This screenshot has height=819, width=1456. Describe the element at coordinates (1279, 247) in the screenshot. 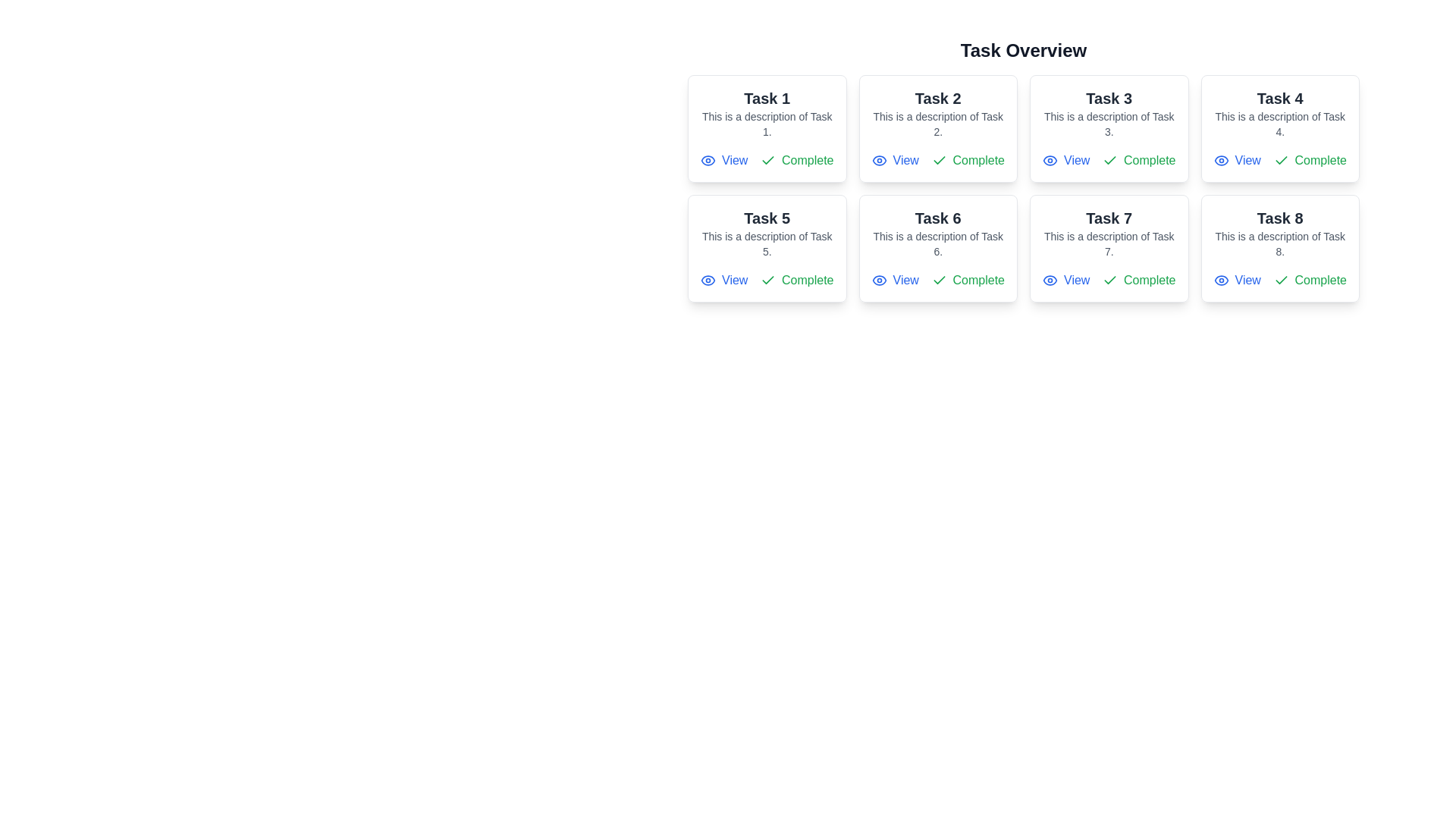

I see `the 'Complete' button on the last task card in the fourth column and second row of the grid to mark the task as done` at that location.